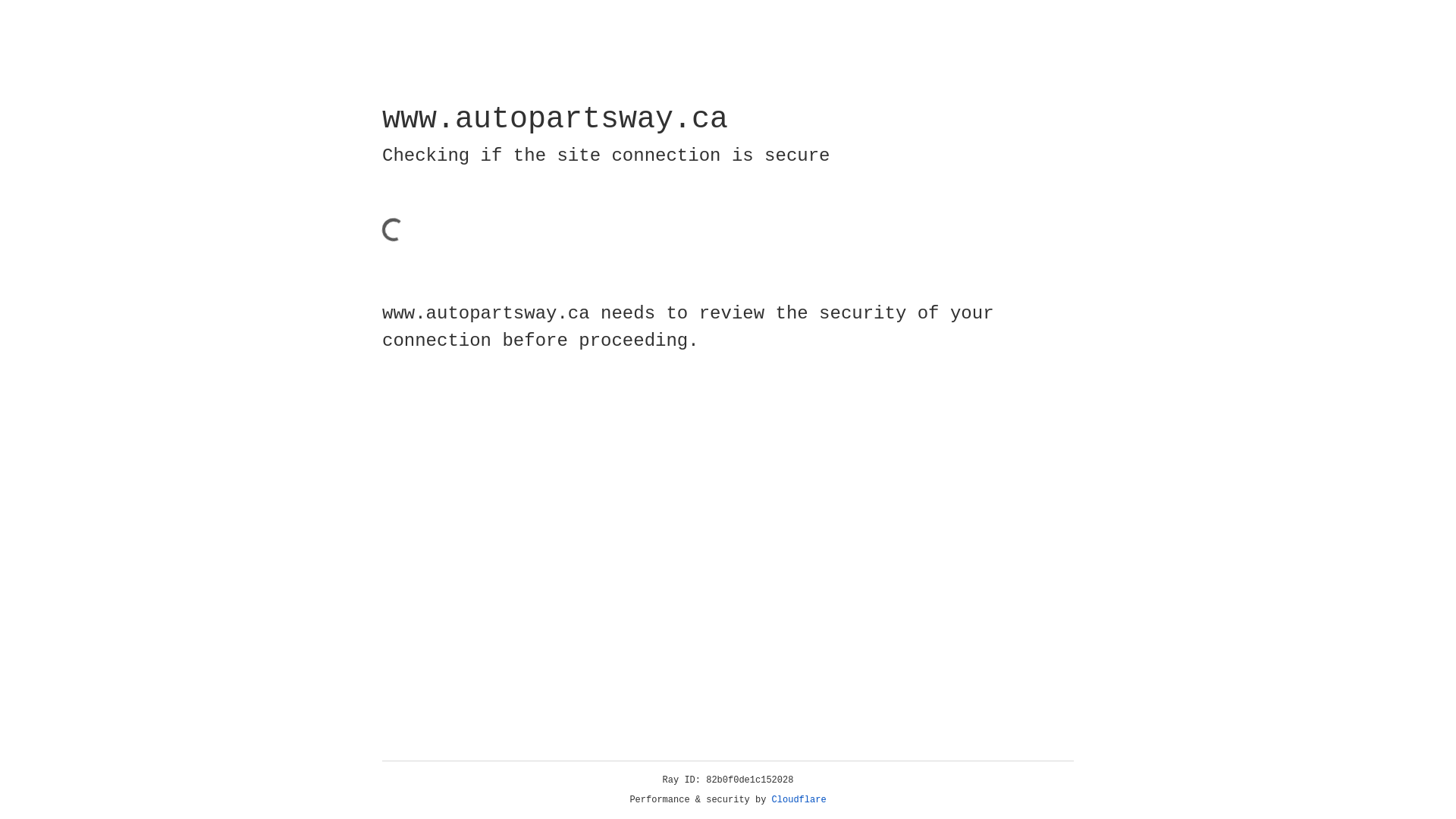 This screenshot has height=819, width=1456. What do you see at coordinates (799, 799) in the screenshot?
I see `'Cloudflare'` at bounding box center [799, 799].